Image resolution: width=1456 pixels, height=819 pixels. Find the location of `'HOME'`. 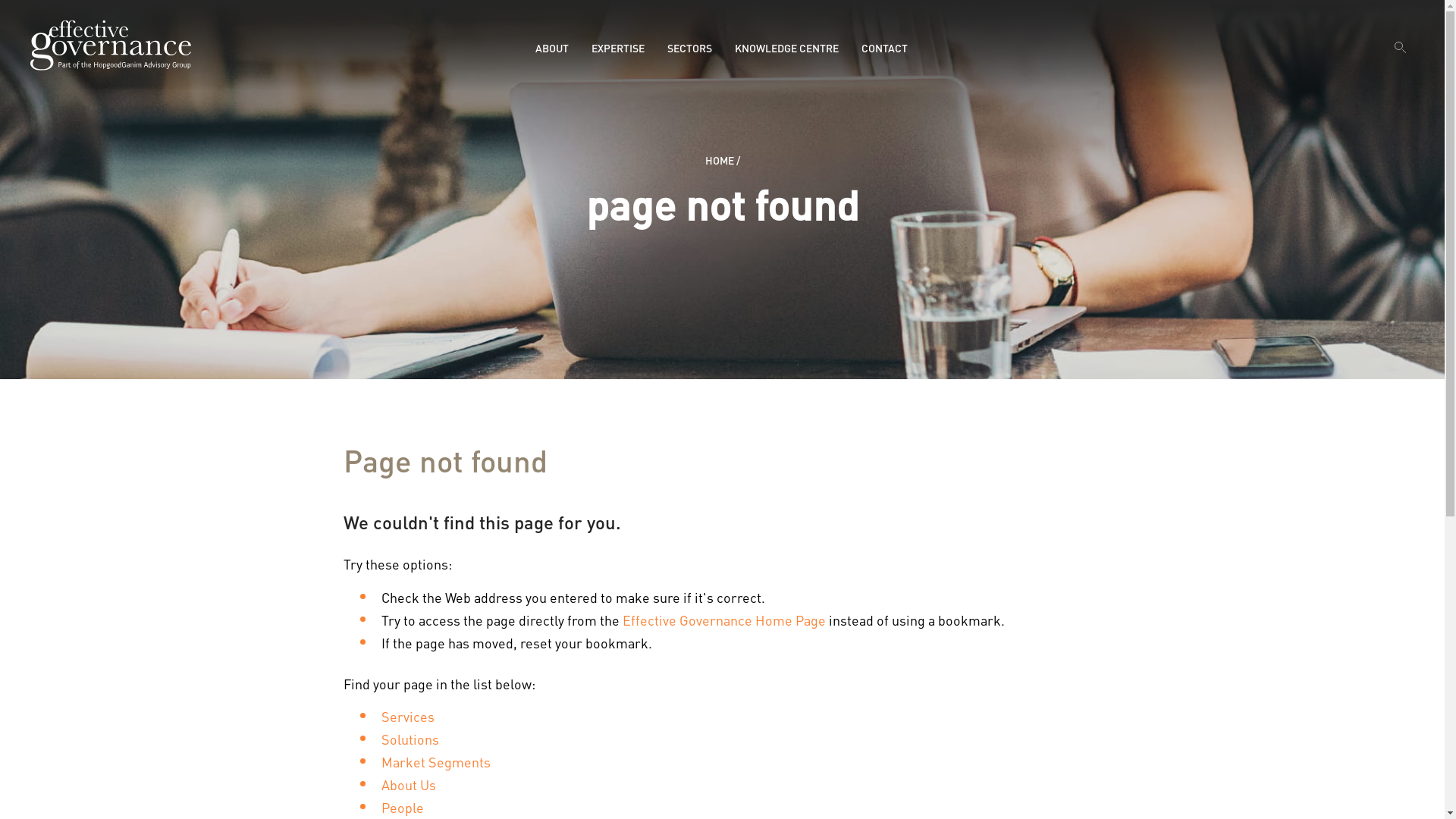

'HOME' is located at coordinates (704, 160).